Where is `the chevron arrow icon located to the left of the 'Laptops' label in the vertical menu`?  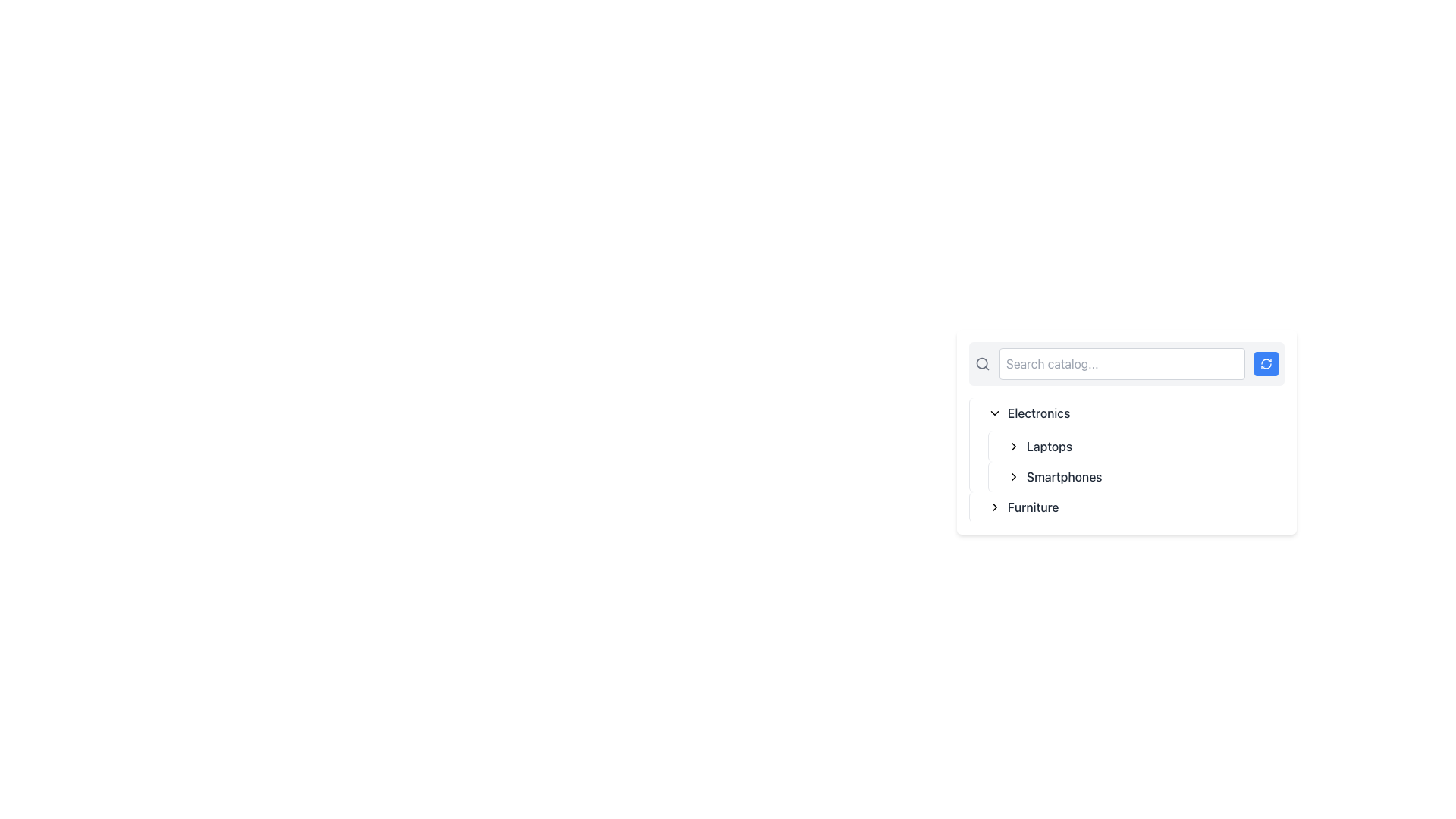
the chevron arrow icon located to the left of the 'Laptops' label in the vertical menu is located at coordinates (1014, 446).